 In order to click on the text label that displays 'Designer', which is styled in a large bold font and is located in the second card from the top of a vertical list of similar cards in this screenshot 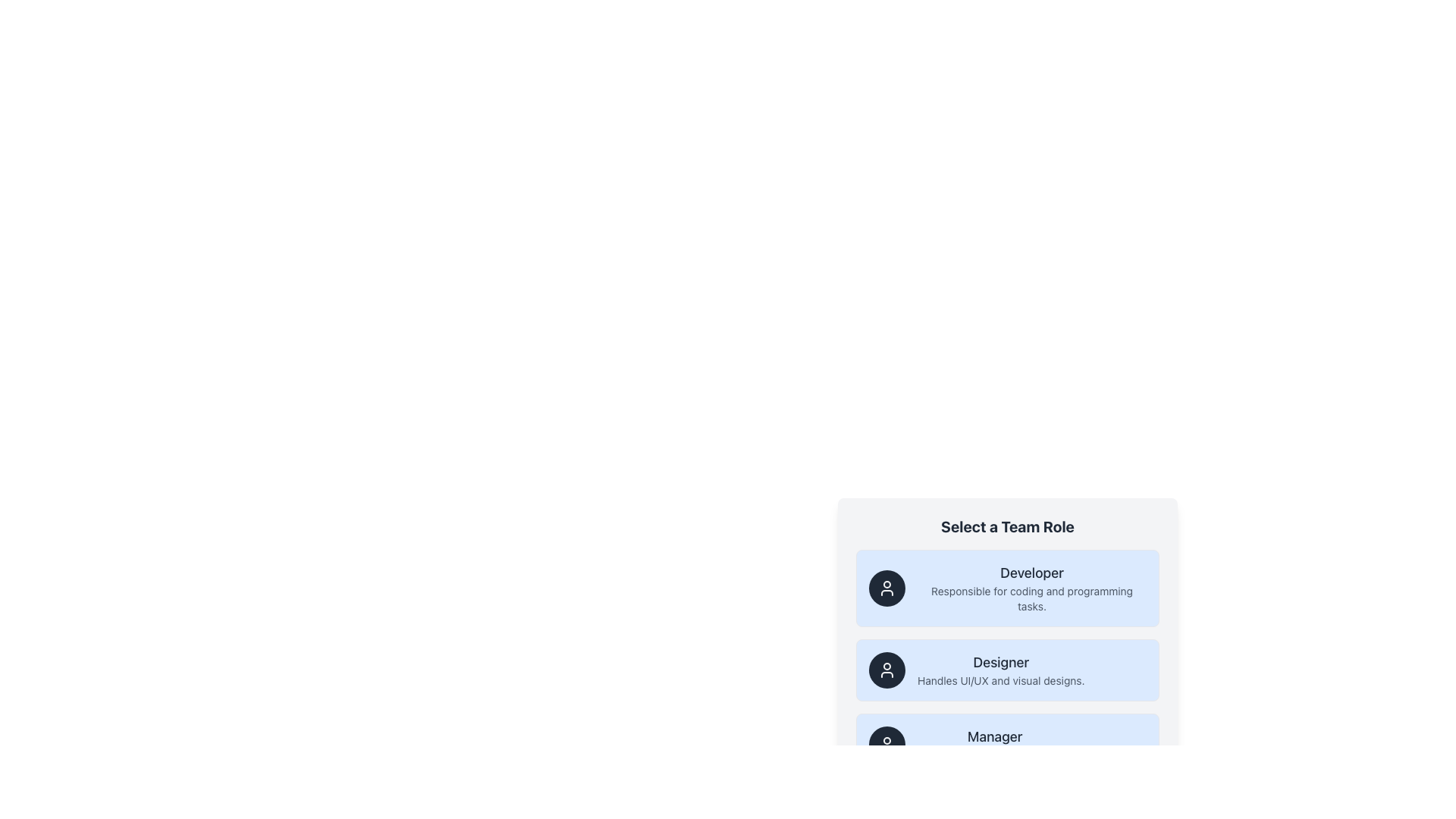, I will do `click(1001, 662)`.